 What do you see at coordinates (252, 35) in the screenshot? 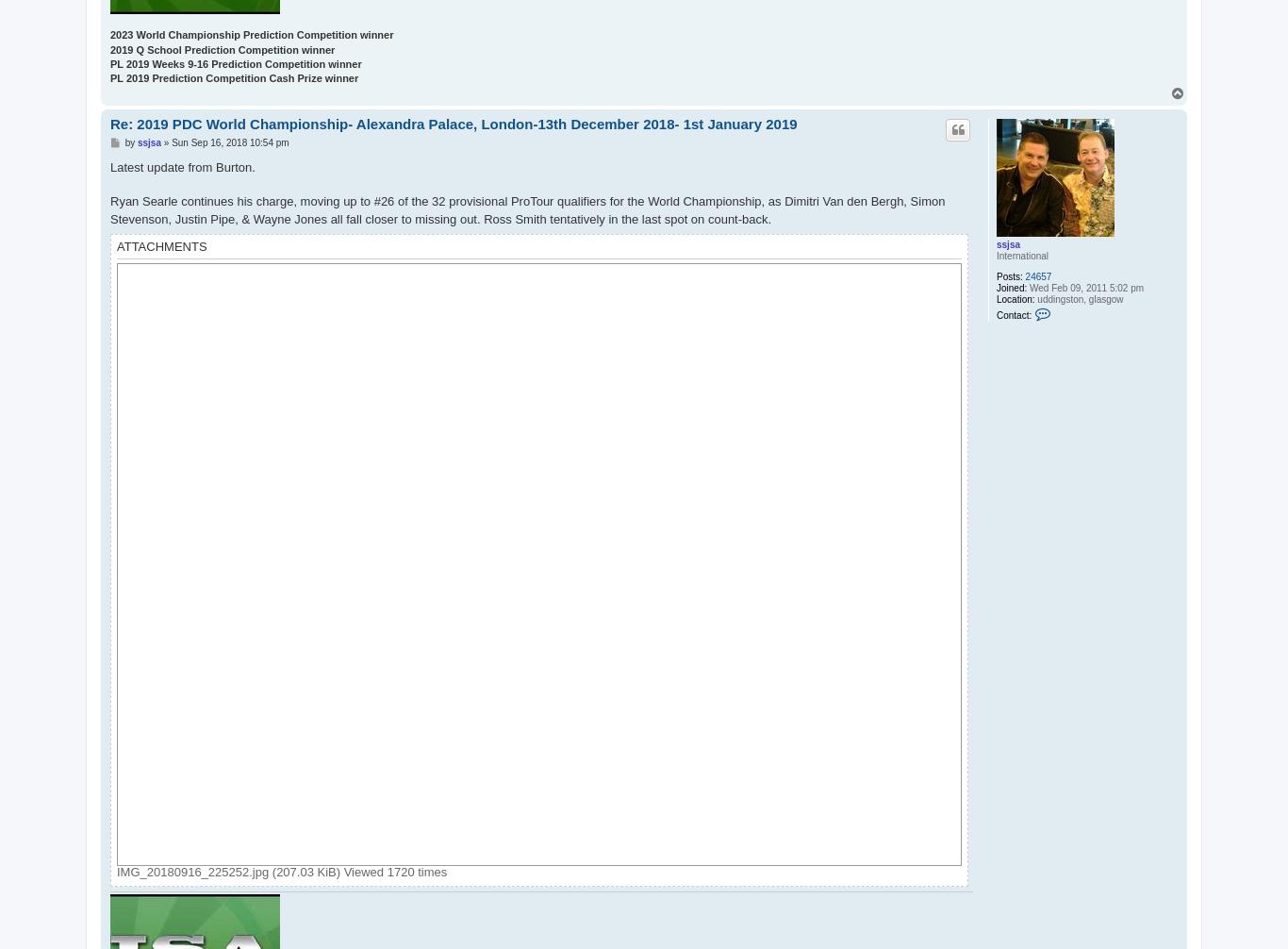
I see `'2023 World Championship  Prediction Competition winner'` at bounding box center [252, 35].